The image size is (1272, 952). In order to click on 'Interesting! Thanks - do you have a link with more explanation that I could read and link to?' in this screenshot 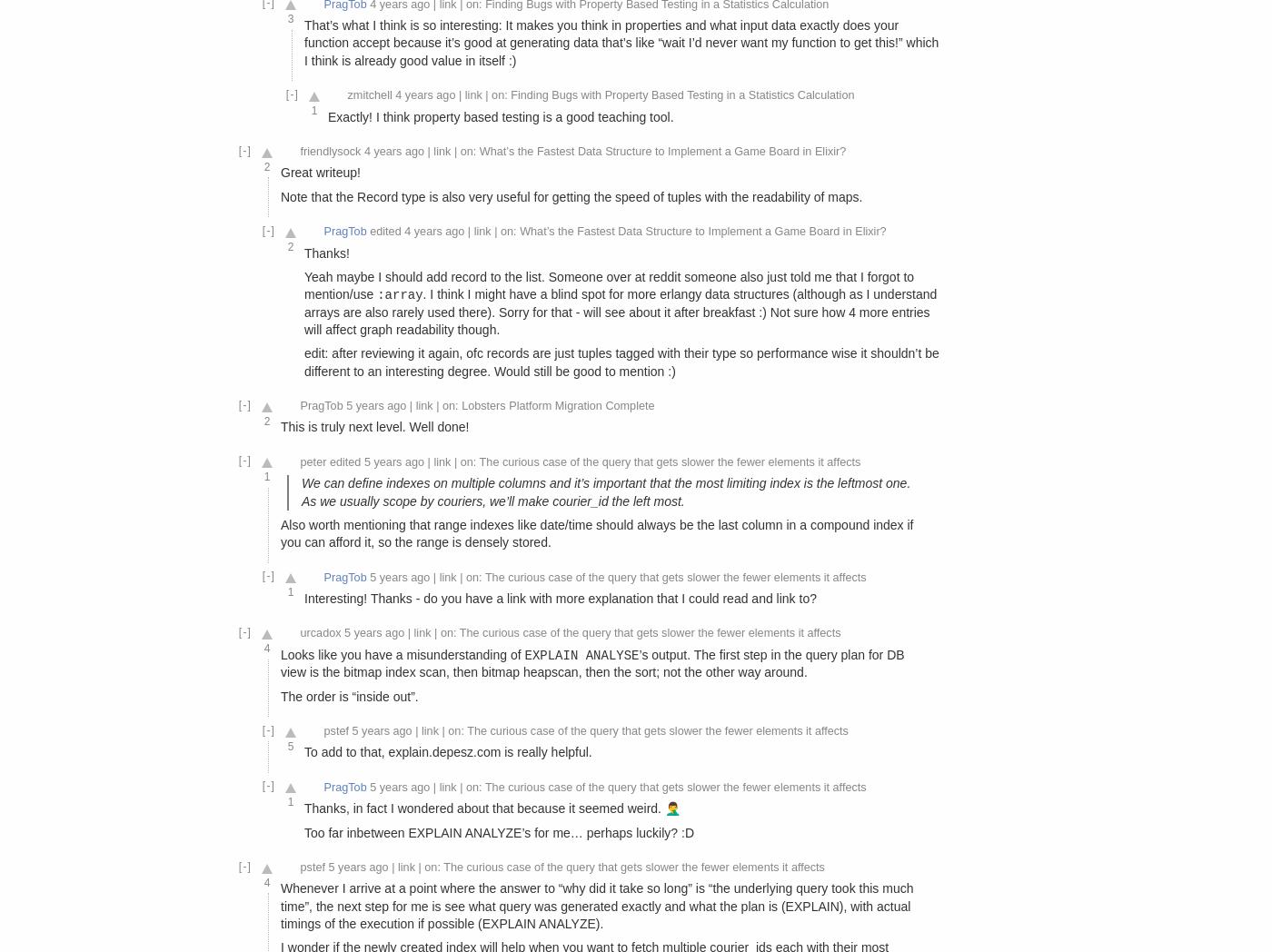, I will do `click(560, 598)`.